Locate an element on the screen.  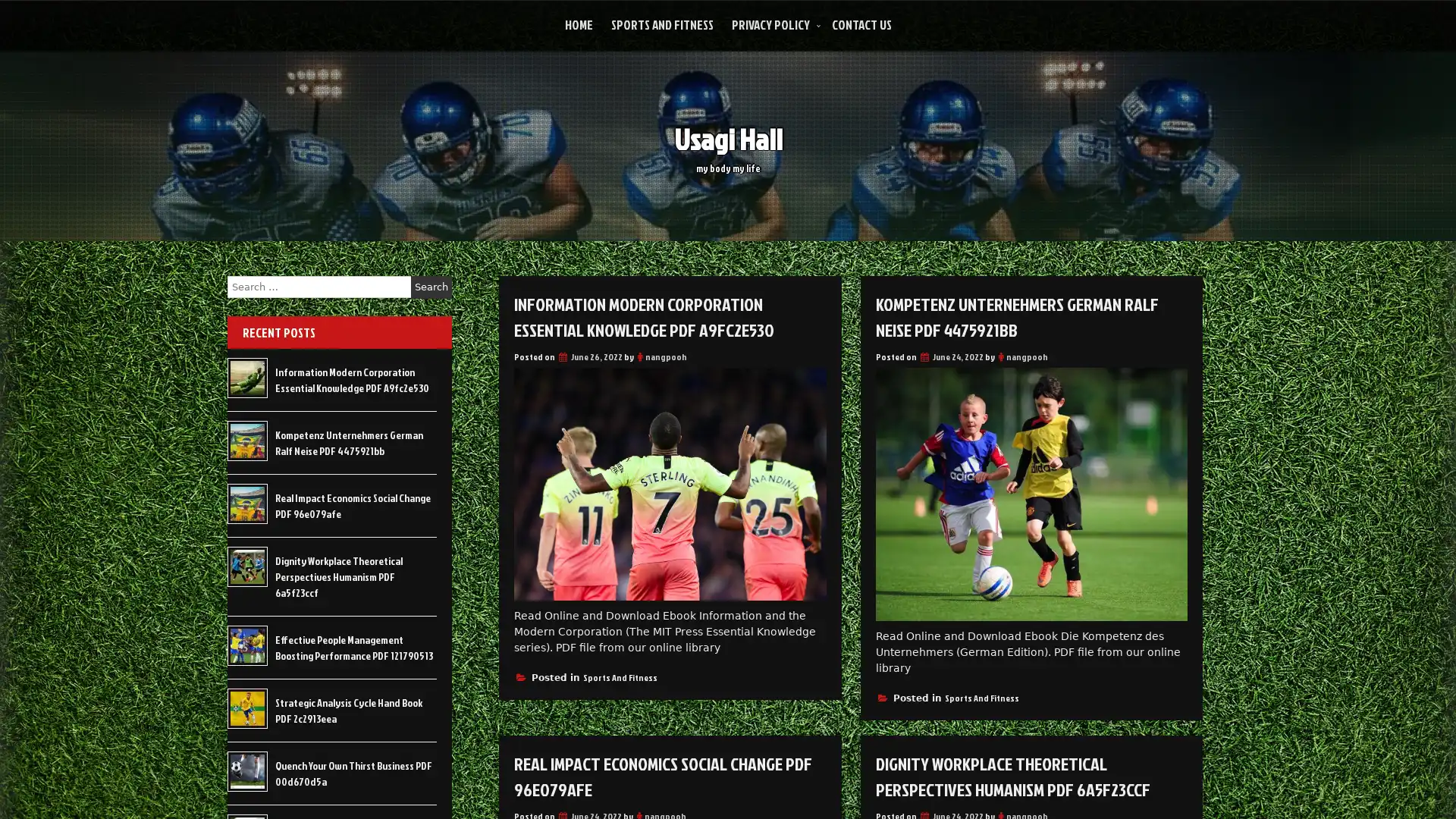
Search is located at coordinates (431, 287).